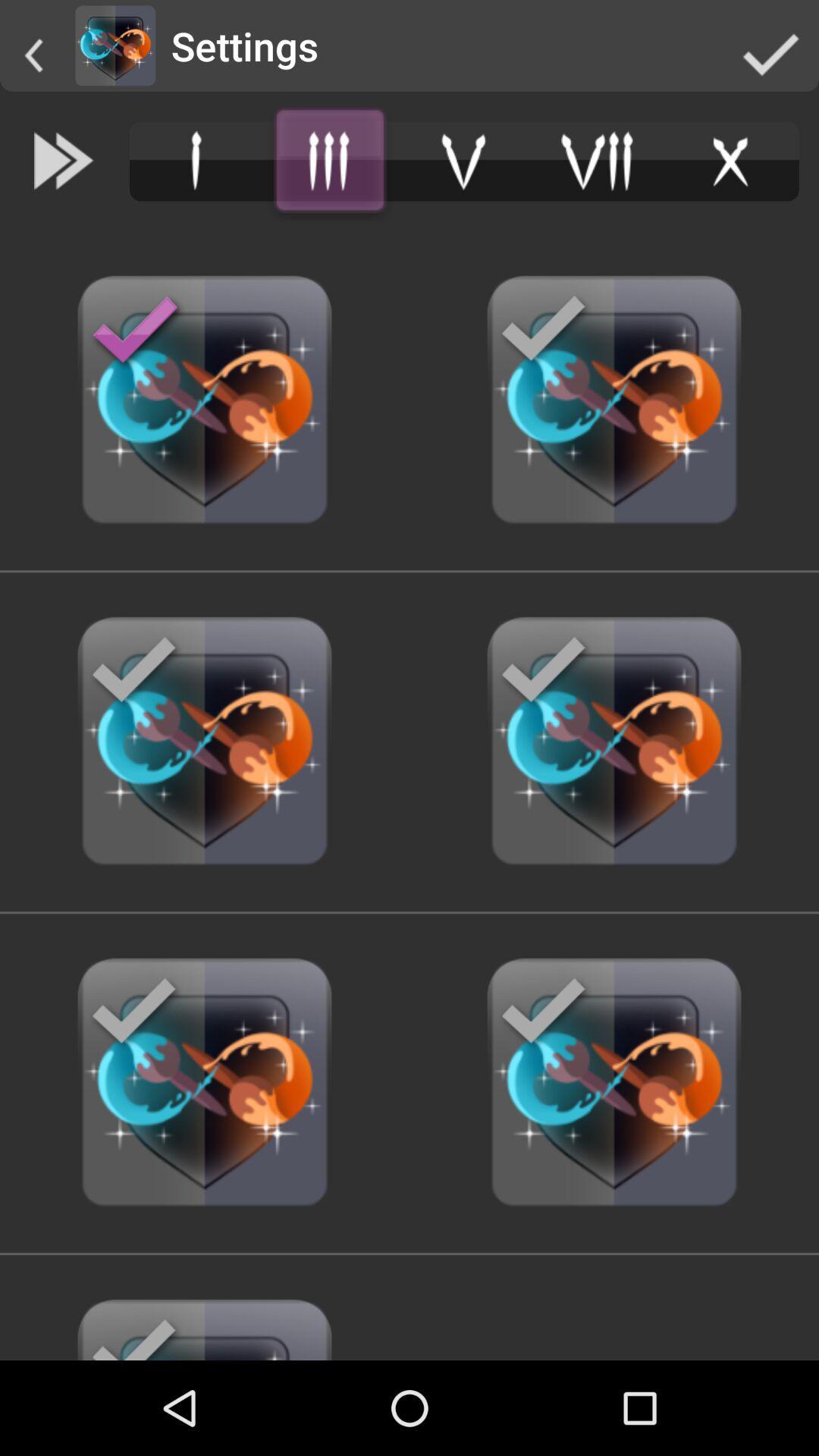 This screenshot has height=1456, width=819. Describe the element at coordinates (329, 161) in the screenshot. I see `the item below the settings app` at that location.